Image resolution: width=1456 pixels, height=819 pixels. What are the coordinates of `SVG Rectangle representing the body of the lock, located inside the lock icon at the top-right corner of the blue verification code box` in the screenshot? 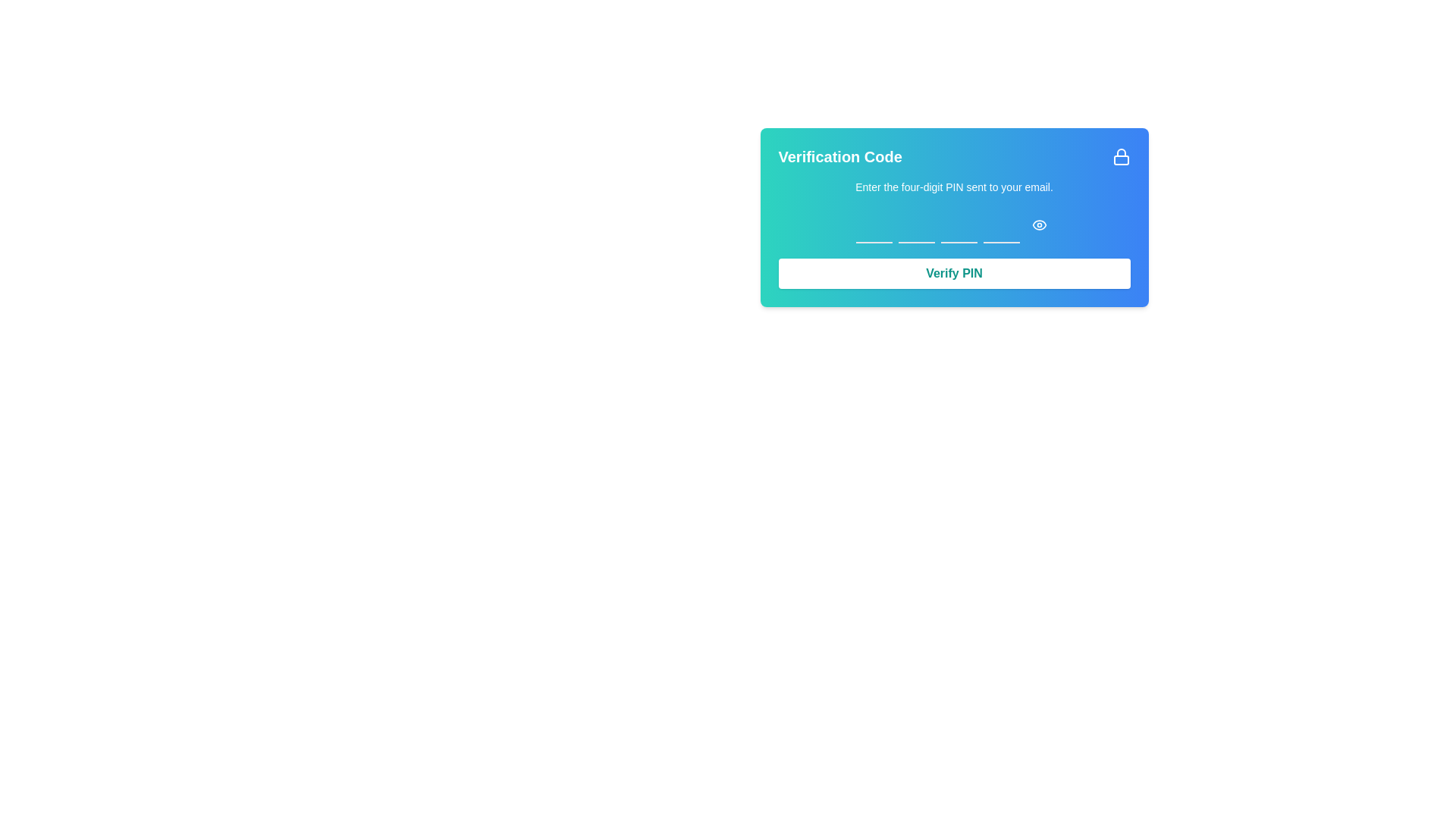 It's located at (1121, 160).